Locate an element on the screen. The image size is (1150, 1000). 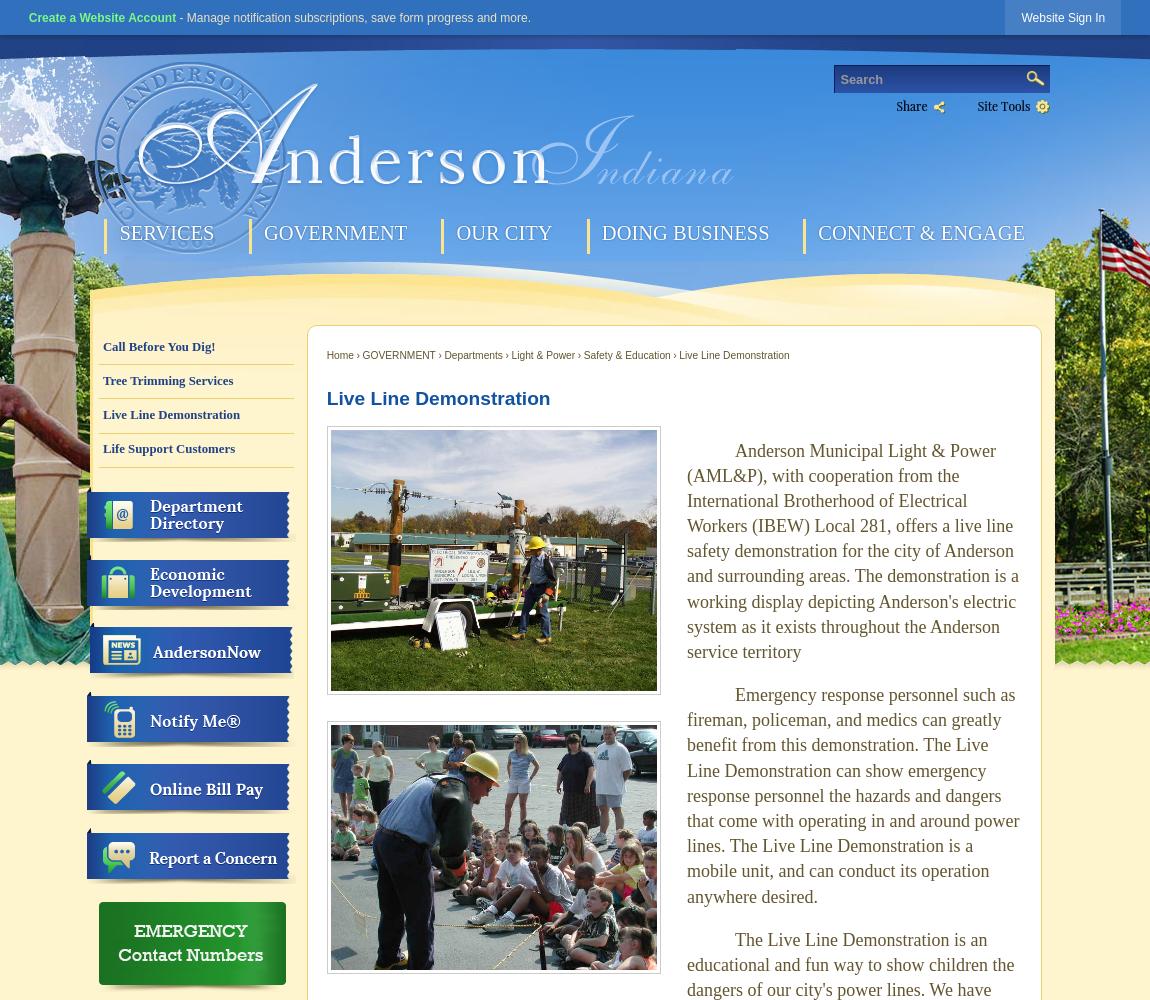
'Life Support Customers' is located at coordinates (167, 448).